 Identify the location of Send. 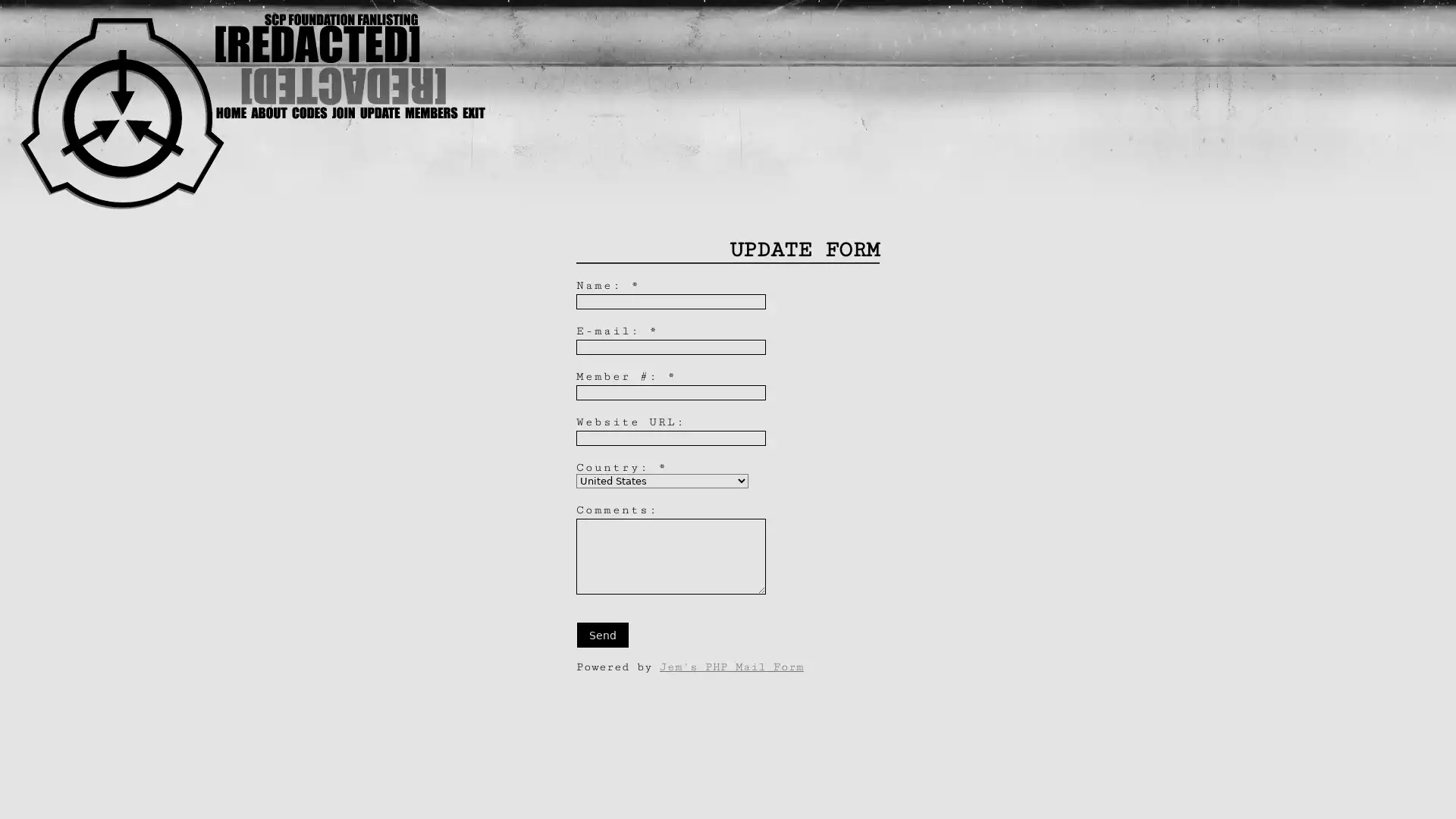
(602, 635).